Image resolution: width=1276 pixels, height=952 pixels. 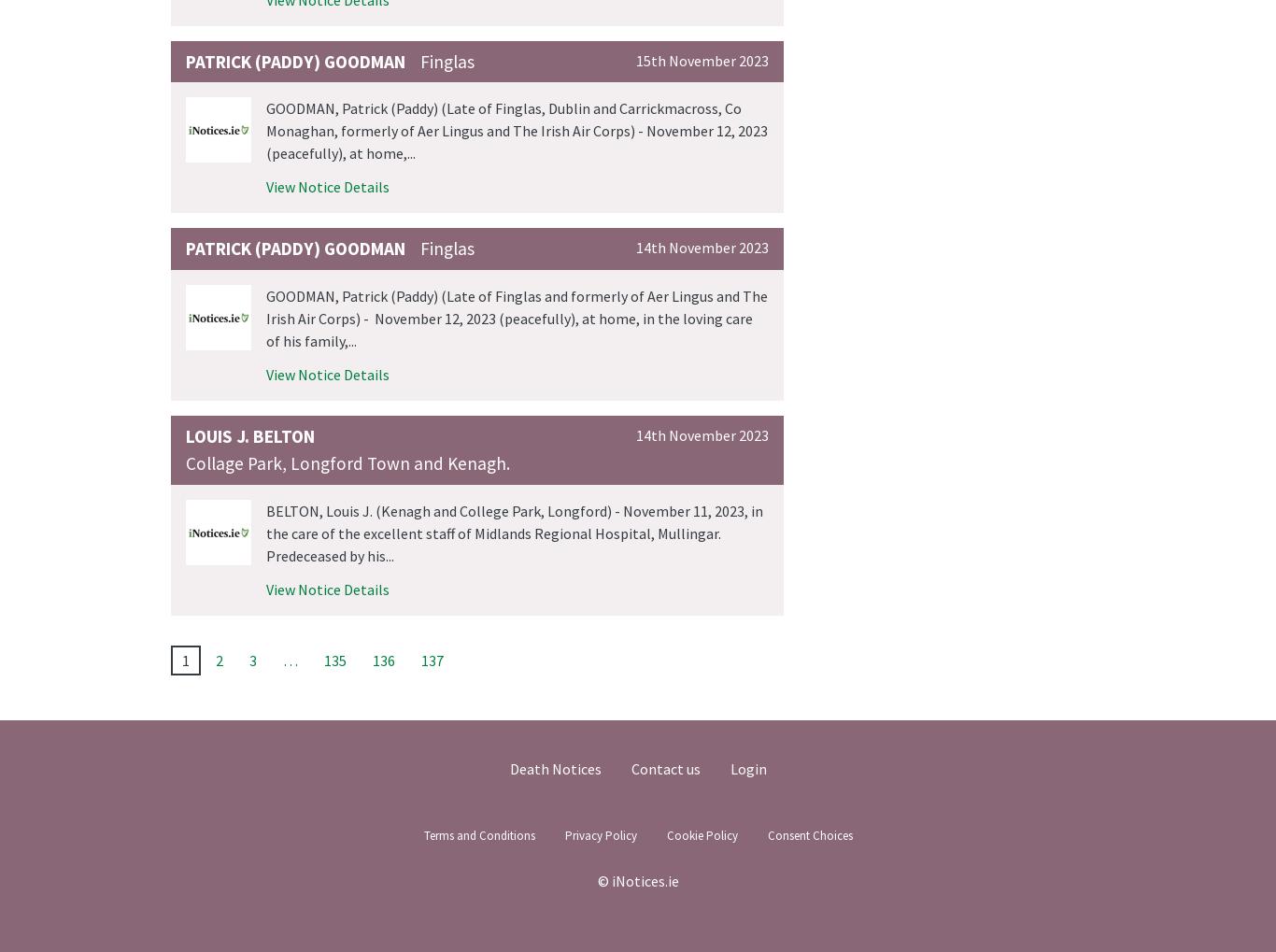 I want to click on 'Cookie Policy', so click(x=702, y=834).